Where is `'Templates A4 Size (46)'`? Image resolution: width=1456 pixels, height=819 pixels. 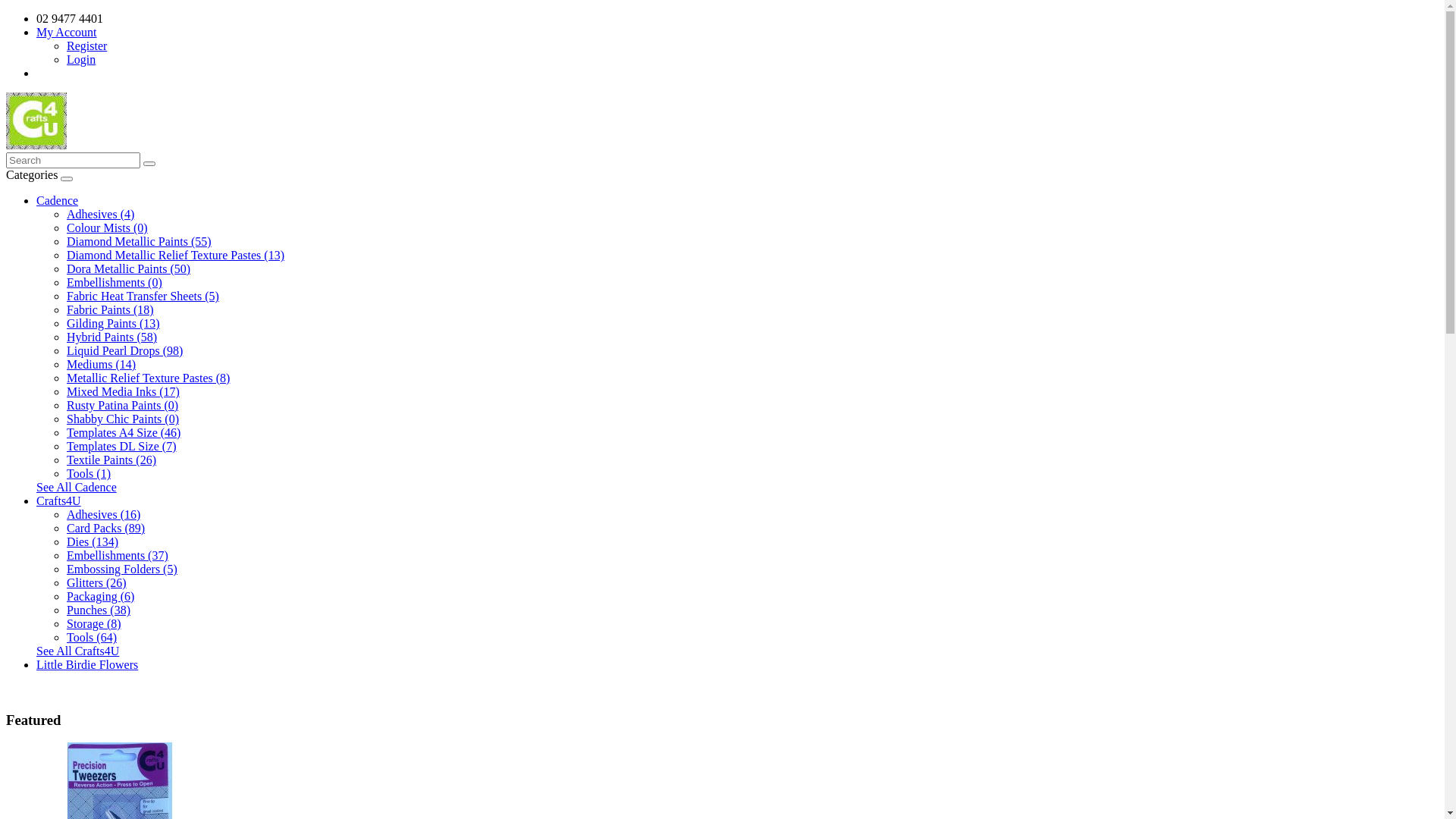 'Templates A4 Size (46)' is located at coordinates (124, 432).